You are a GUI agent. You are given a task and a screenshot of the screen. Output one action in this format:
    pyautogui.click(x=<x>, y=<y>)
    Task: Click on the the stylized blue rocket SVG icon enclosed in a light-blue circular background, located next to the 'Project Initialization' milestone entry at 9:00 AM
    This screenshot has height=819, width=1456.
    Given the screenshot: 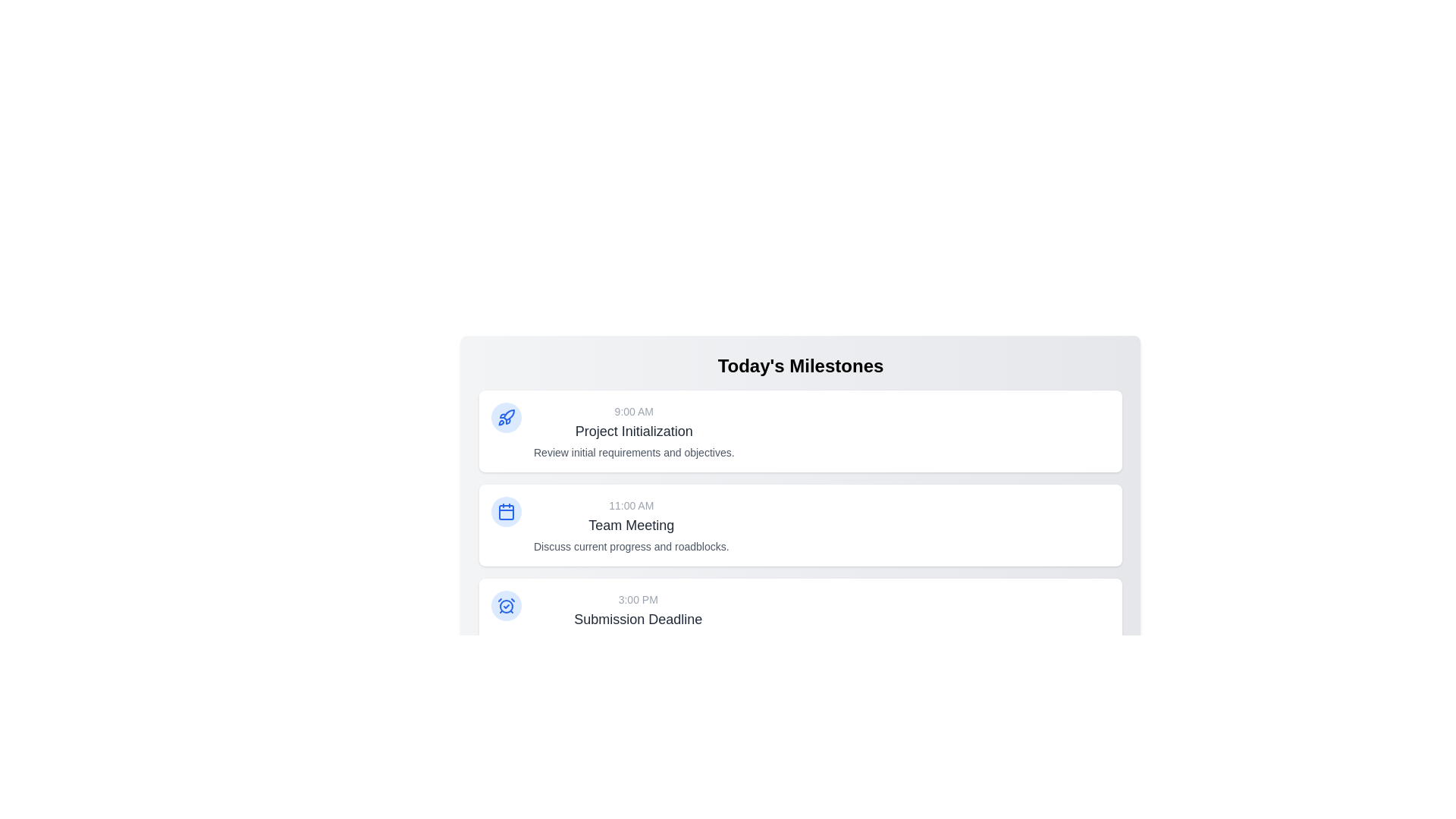 What is the action you would take?
    pyautogui.click(x=506, y=418)
    